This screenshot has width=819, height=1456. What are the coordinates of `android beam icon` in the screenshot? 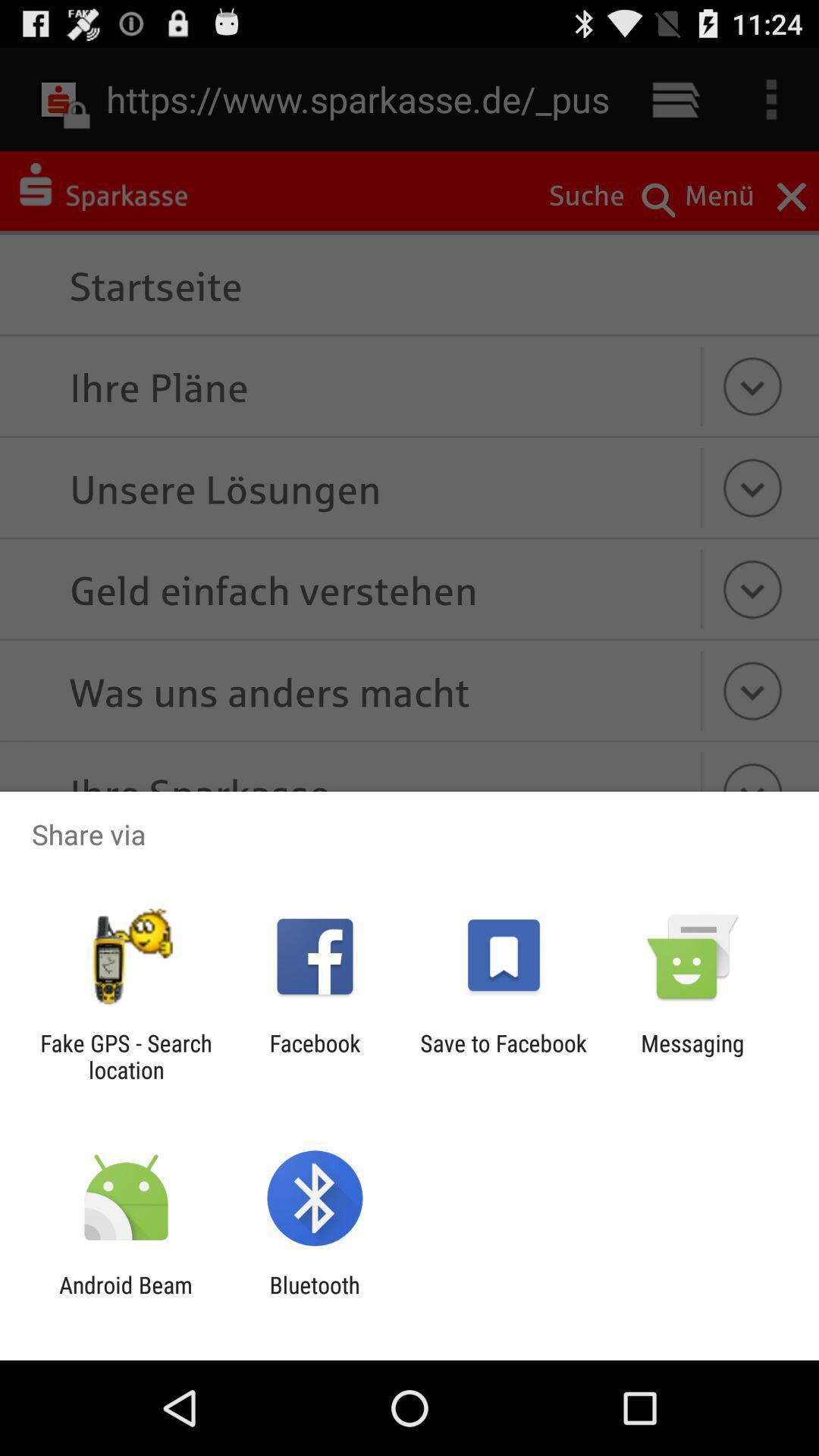 It's located at (125, 1298).